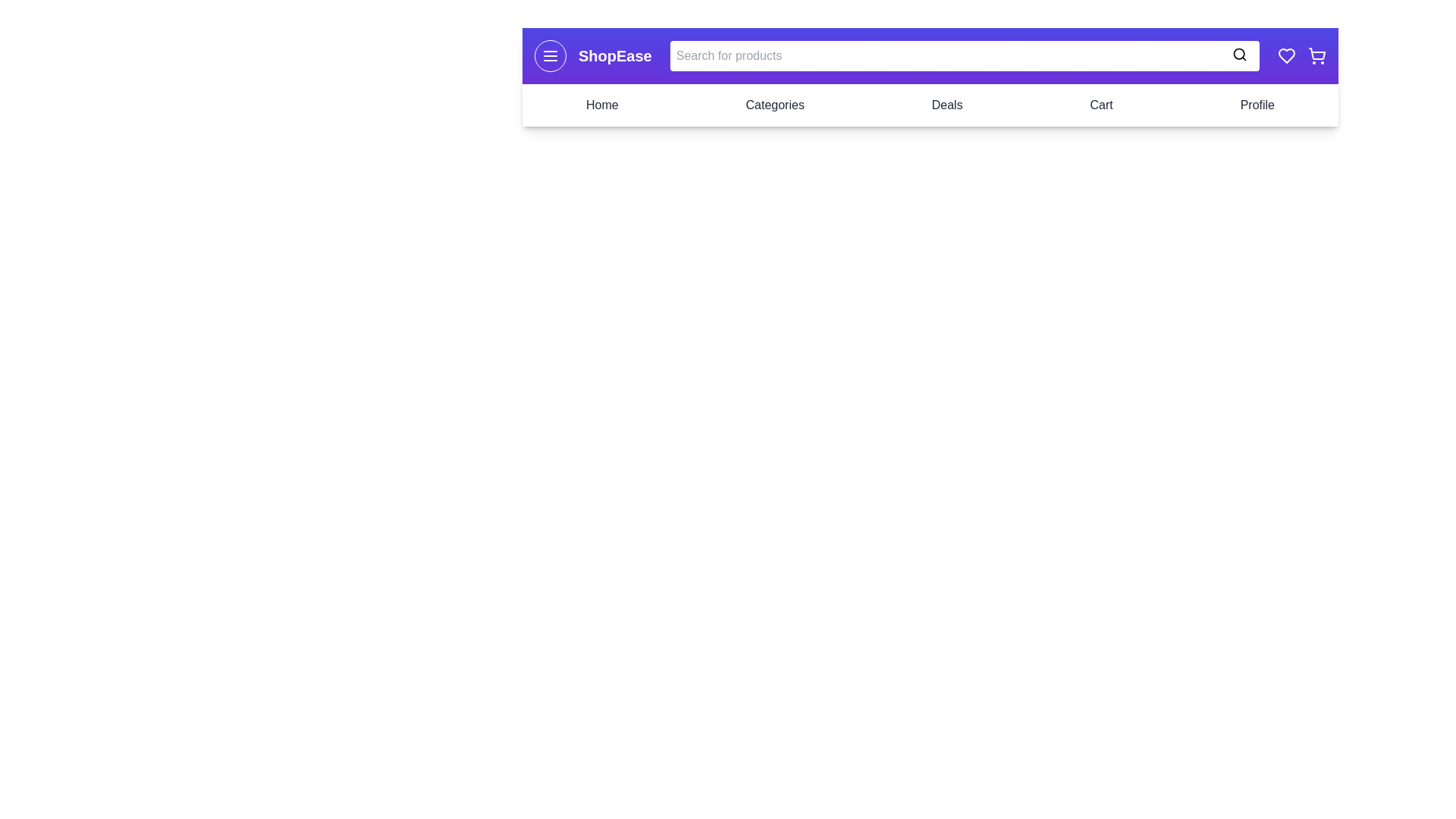  I want to click on the navigation link Profile to navigate to the respective section, so click(1257, 104).